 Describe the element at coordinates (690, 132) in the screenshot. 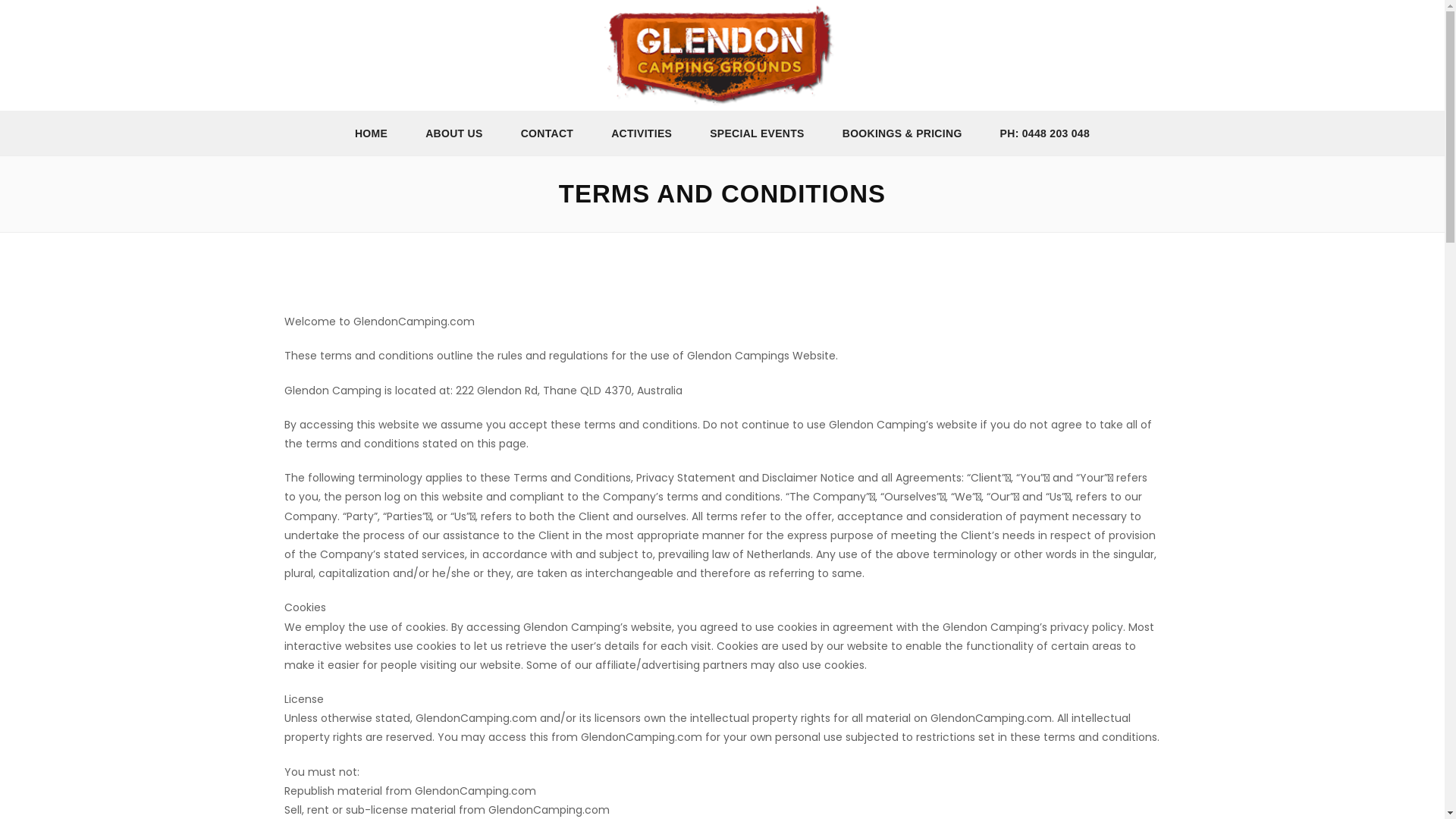

I see `'SPECIAL EVENTS'` at that location.